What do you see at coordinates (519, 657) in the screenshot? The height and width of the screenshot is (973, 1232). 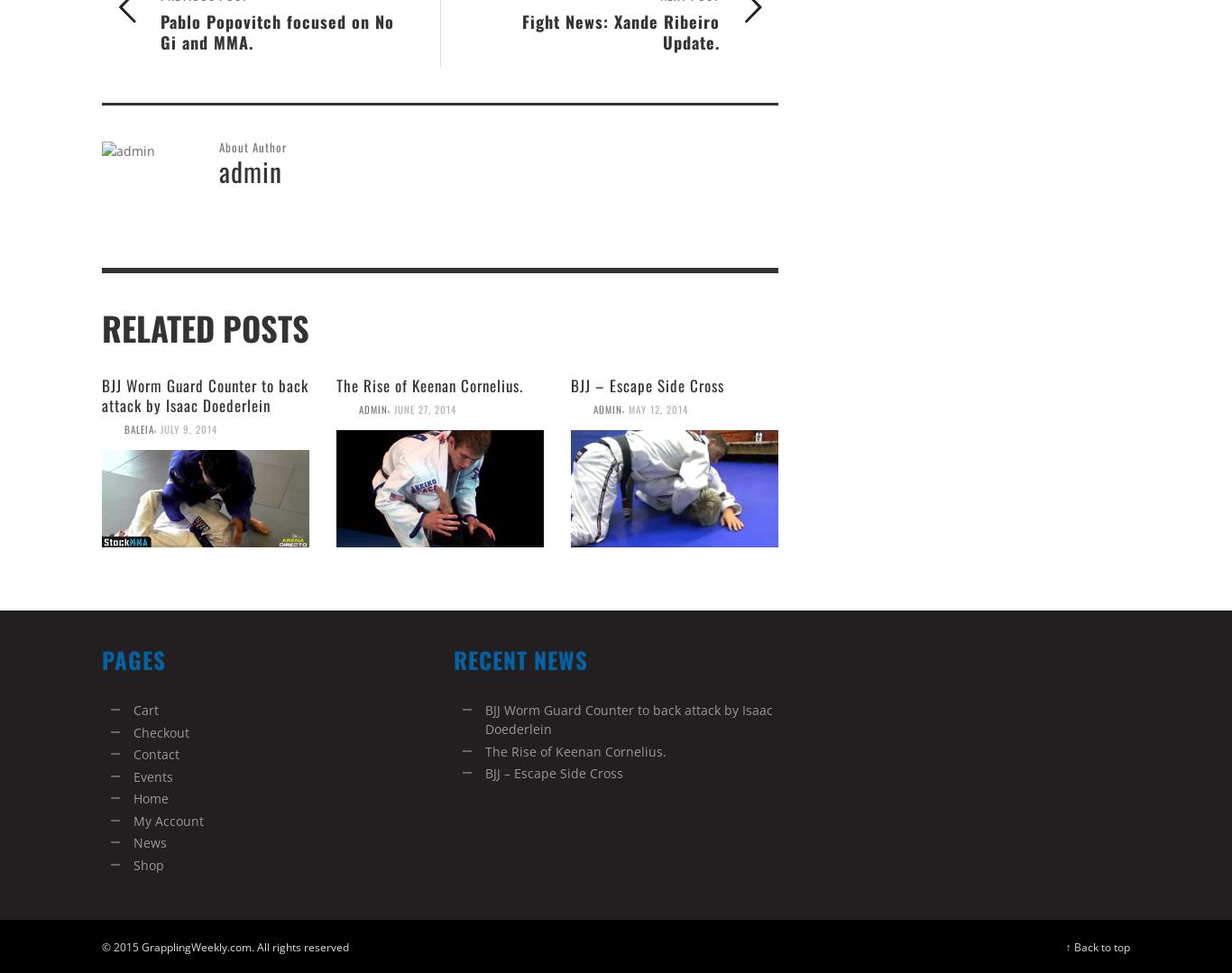 I see `'Recent News'` at bounding box center [519, 657].